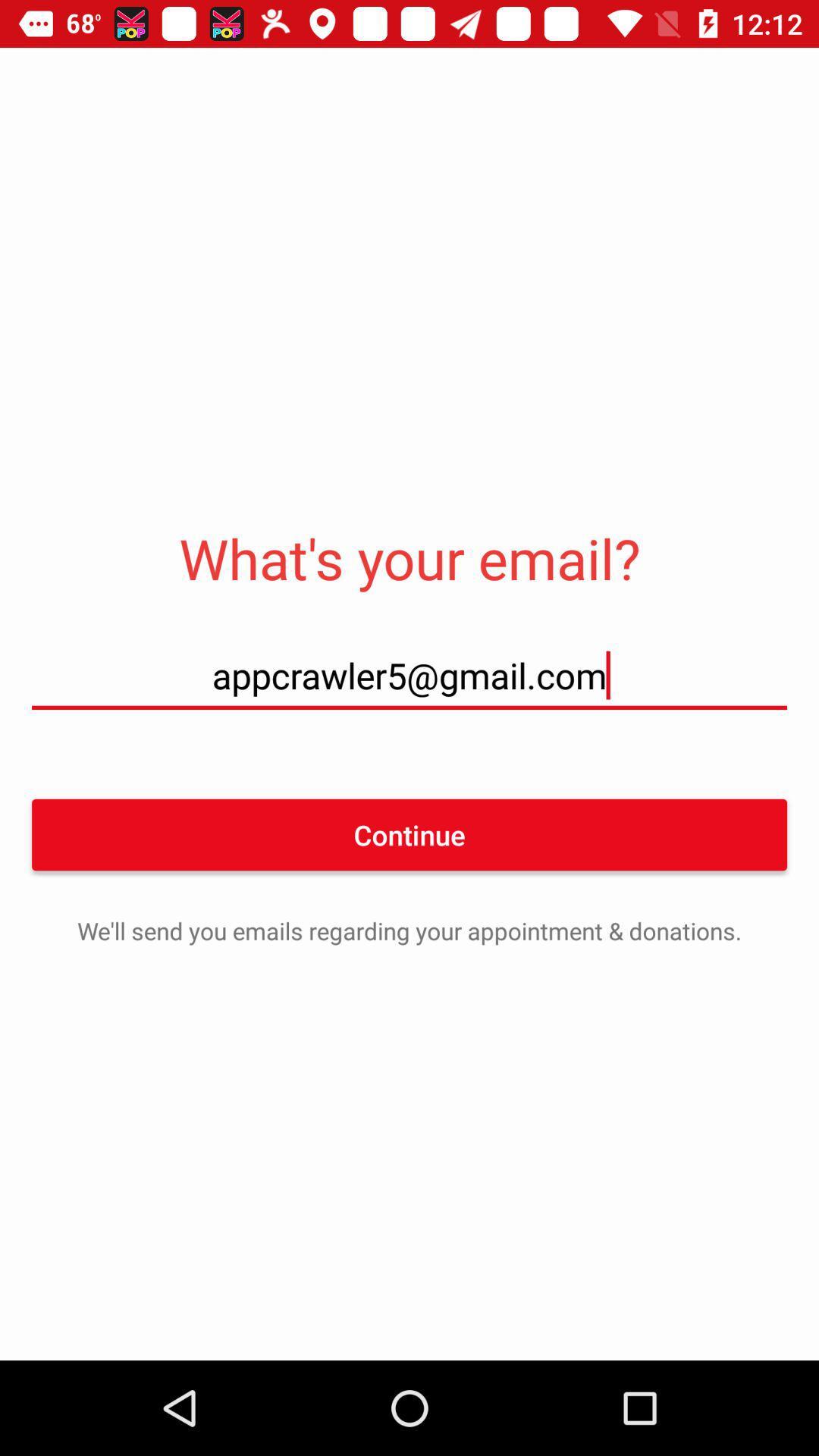  Describe the element at coordinates (409, 674) in the screenshot. I see `the item below what s your icon` at that location.